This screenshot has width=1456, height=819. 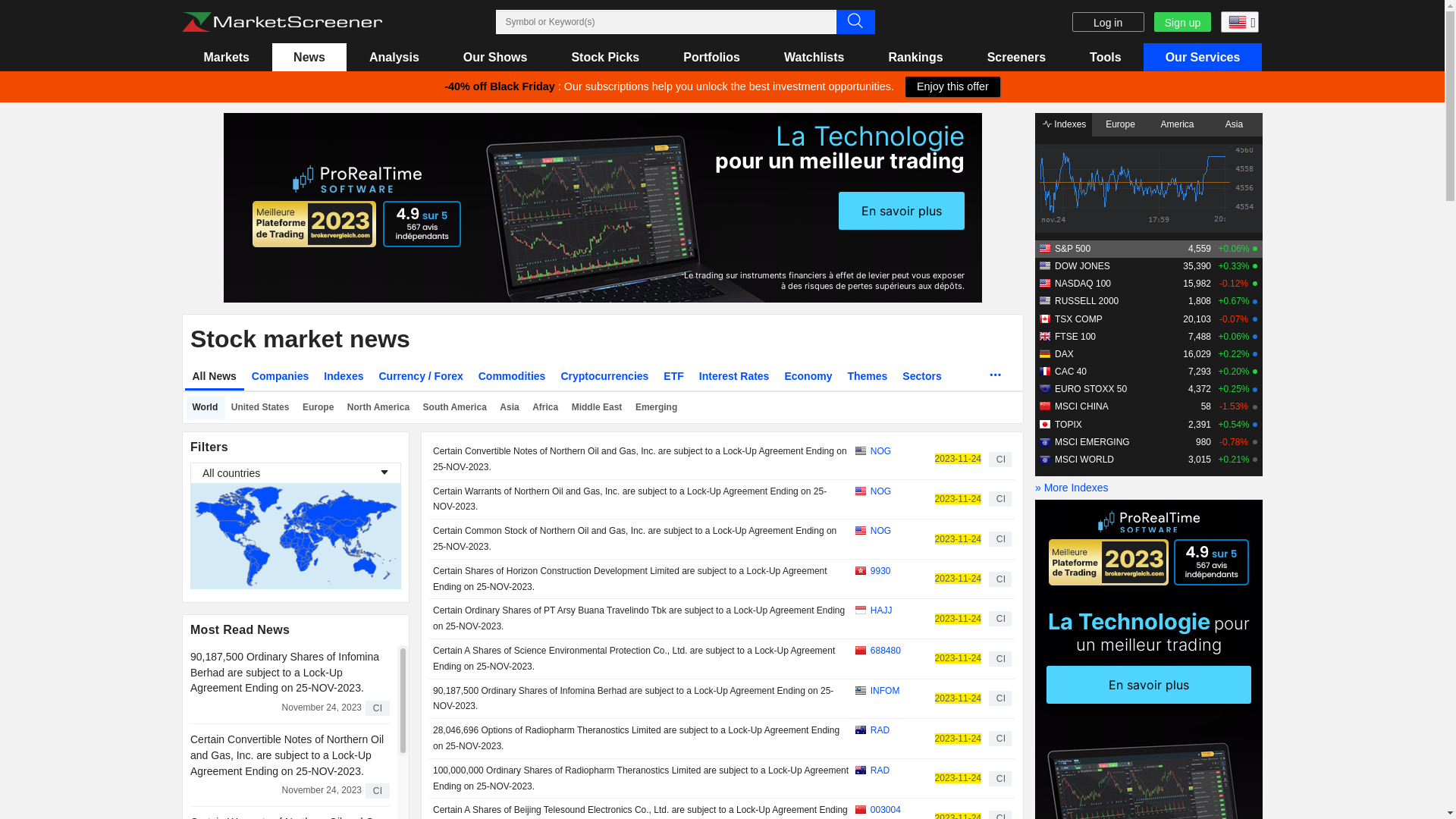 What do you see at coordinates (921, 375) in the screenshot?
I see `'Sectors'` at bounding box center [921, 375].